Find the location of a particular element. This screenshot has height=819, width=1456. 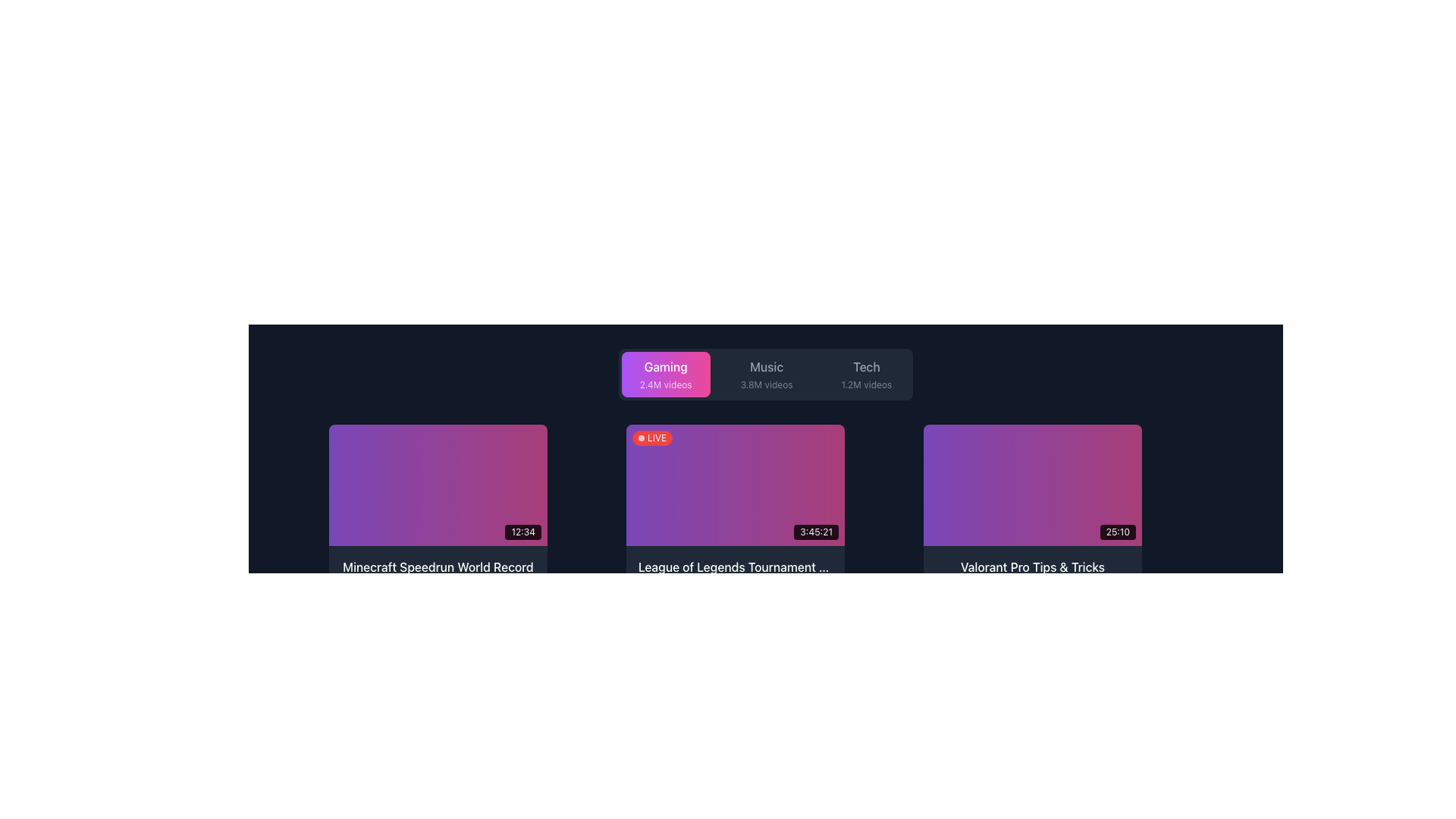

the timestamp displayed in the text label or badge located in the bottom-right corner of the middle card in a row of three cards is located at coordinates (815, 532).